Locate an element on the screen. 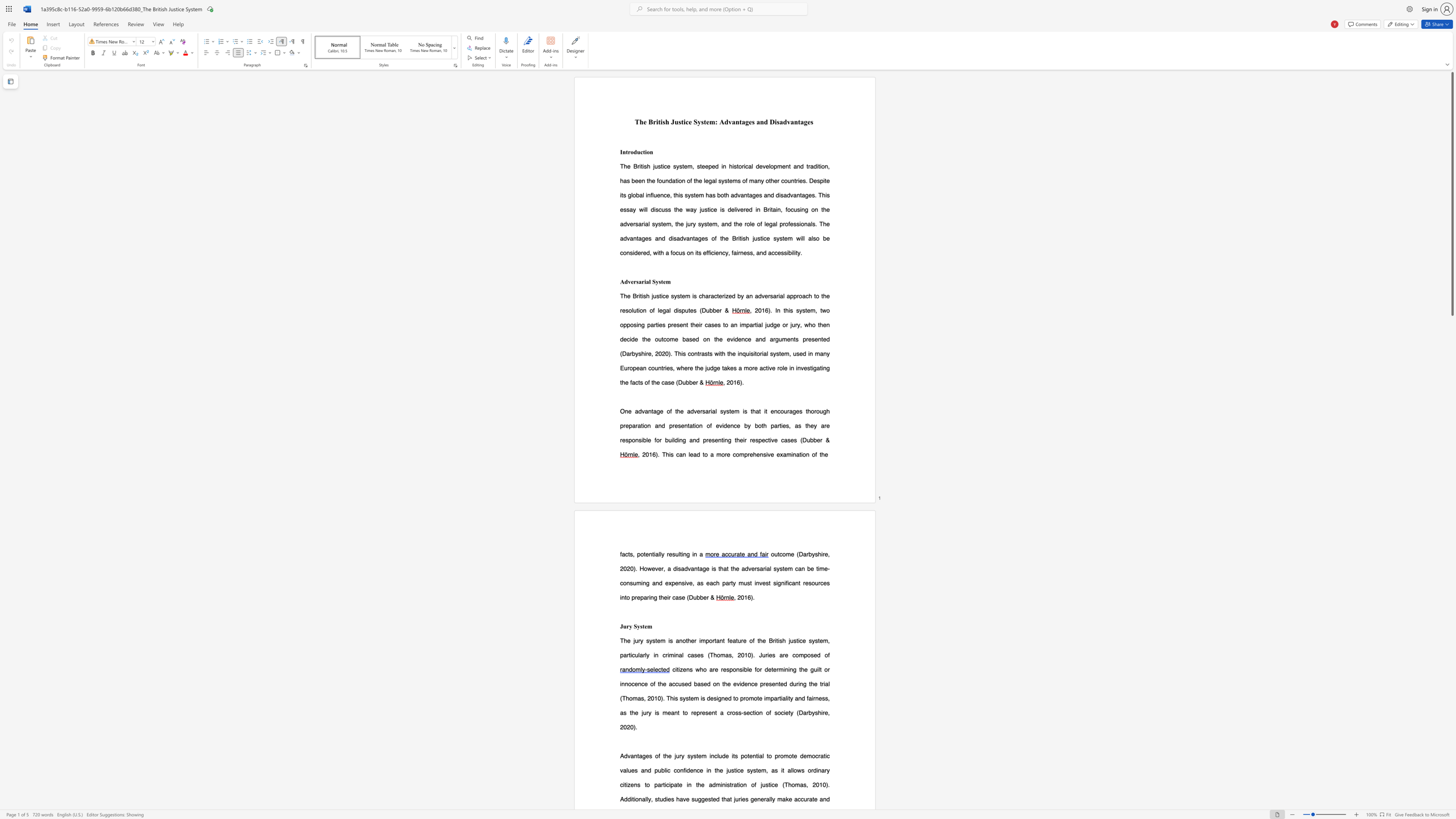 The height and width of the screenshot is (819, 1456). the 10th character "e" in the text is located at coordinates (691, 309).